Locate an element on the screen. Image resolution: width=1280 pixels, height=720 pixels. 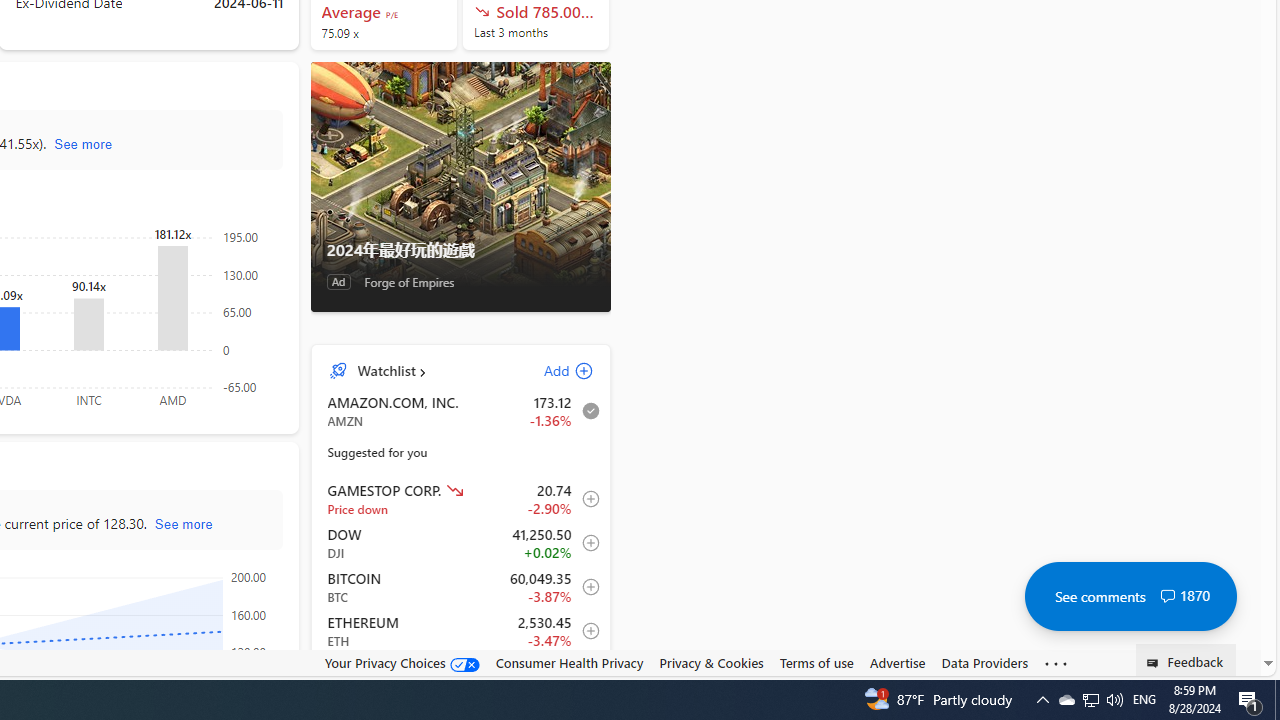
'BNB BNB decrease 543.57 -7.28 -1.34% item4' is located at coordinates (460, 675).